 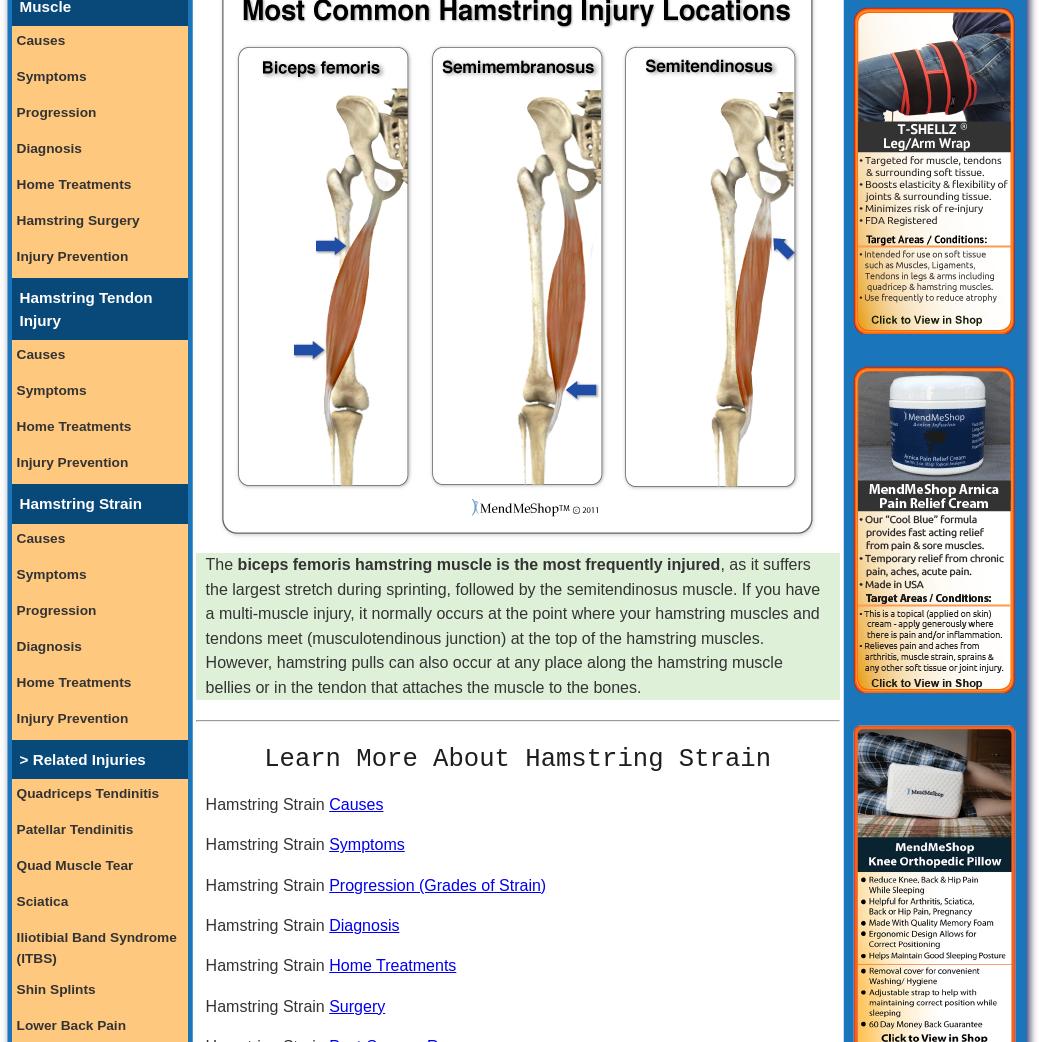 I want to click on 'Shin Splints', so click(x=54, y=988).